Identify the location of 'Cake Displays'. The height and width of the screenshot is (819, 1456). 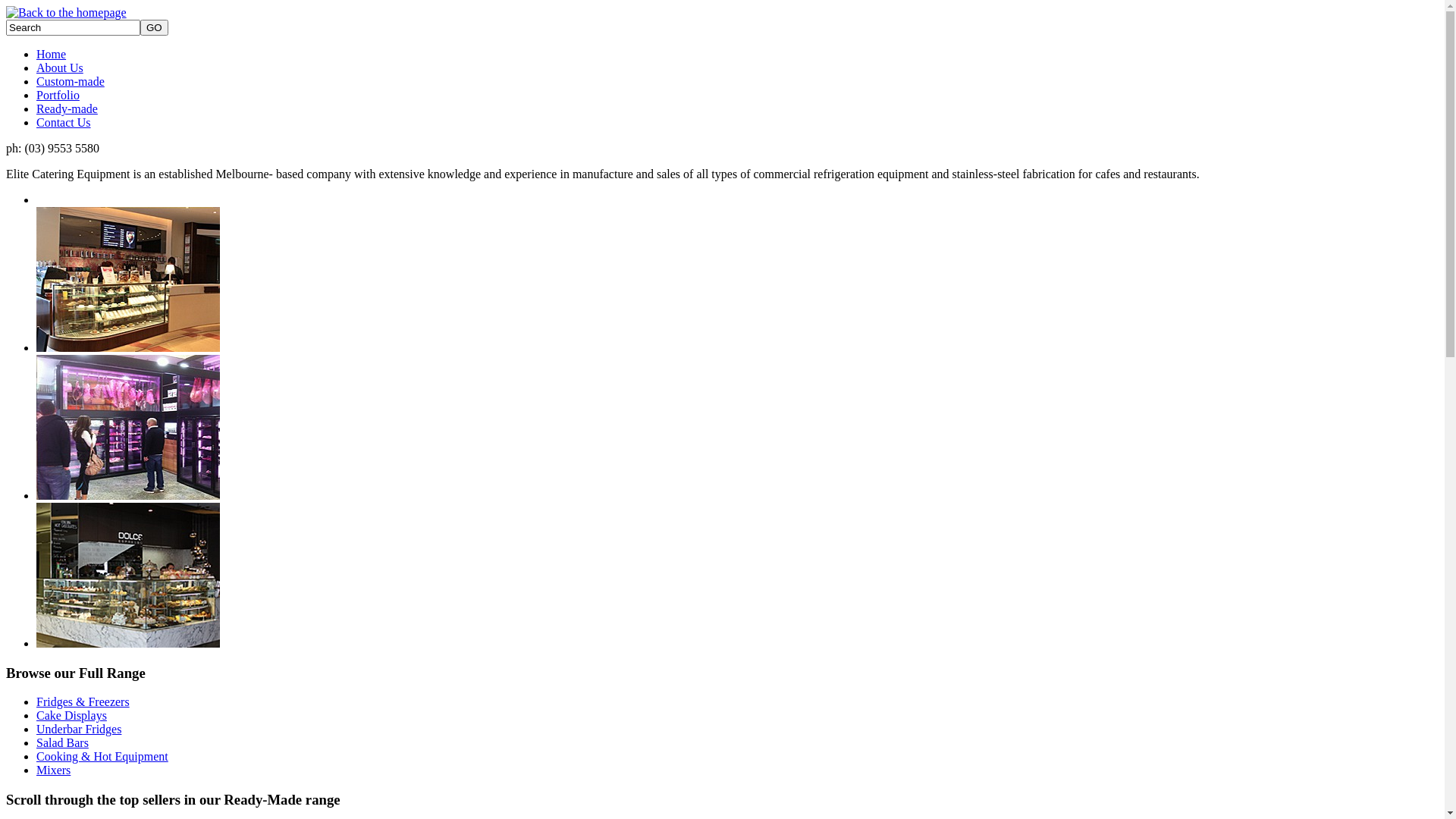
(71, 715).